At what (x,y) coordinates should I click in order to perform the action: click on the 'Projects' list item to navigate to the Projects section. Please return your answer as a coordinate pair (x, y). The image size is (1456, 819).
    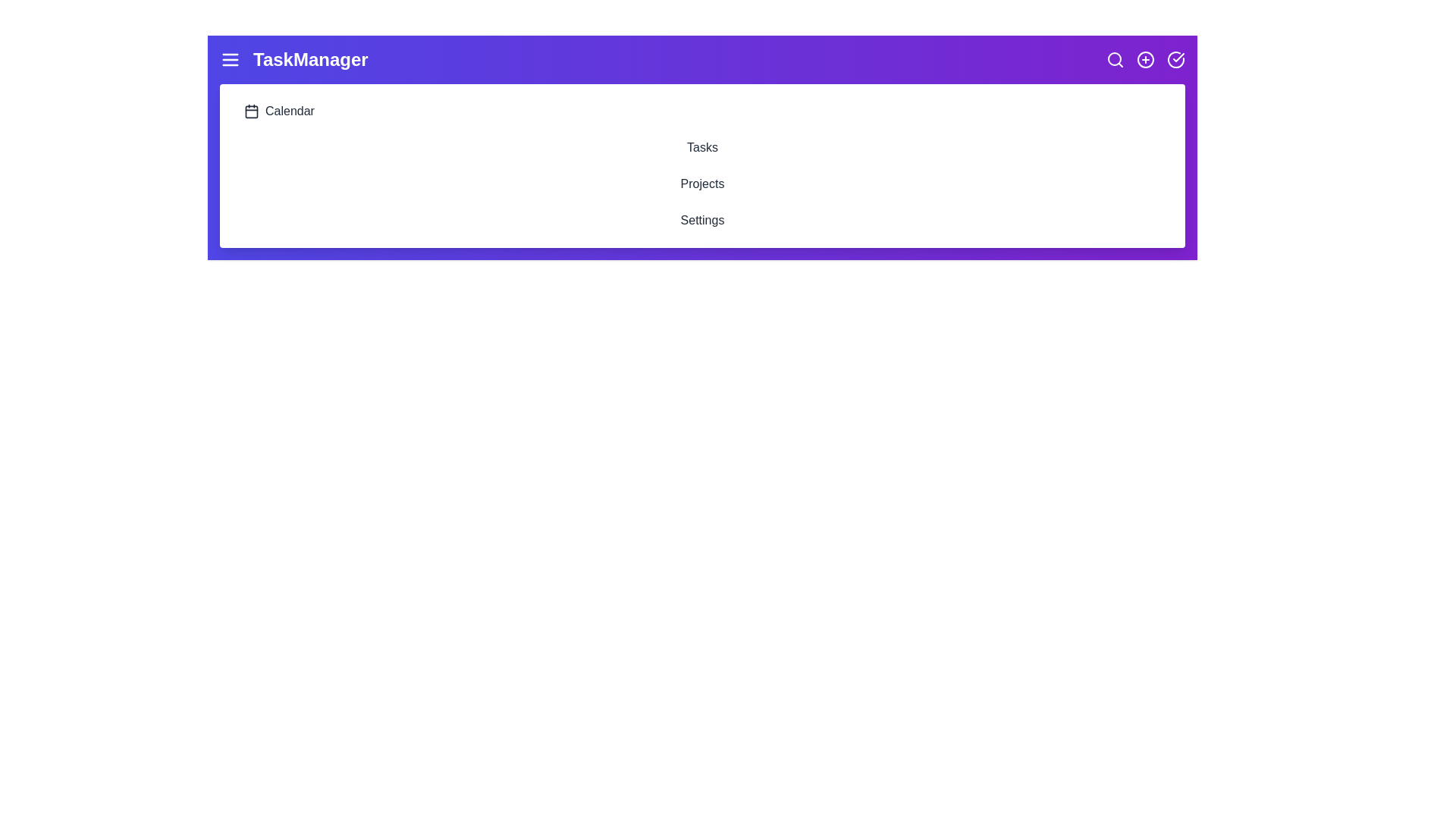
    Looking at the image, I should click on (701, 184).